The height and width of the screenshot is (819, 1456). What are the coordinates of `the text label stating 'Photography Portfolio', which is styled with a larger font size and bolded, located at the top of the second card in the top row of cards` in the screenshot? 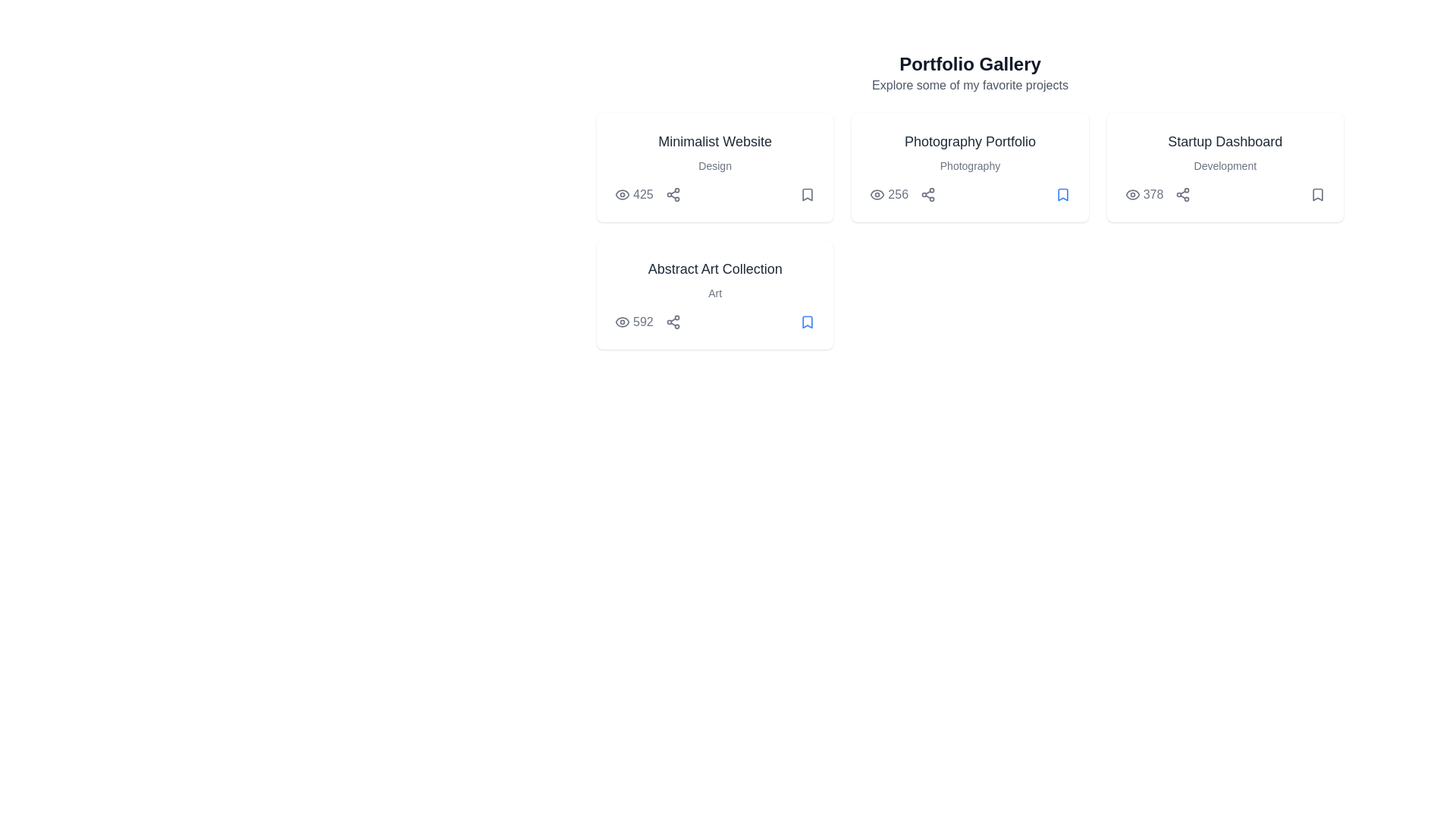 It's located at (969, 141).